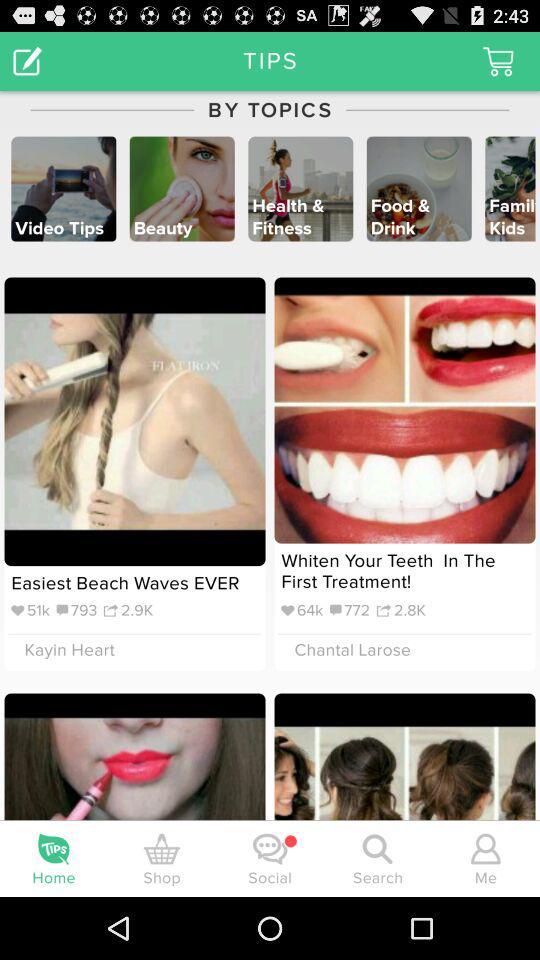  Describe the element at coordinates (26, 59) in the screenshot. I see `write post button` at that location.